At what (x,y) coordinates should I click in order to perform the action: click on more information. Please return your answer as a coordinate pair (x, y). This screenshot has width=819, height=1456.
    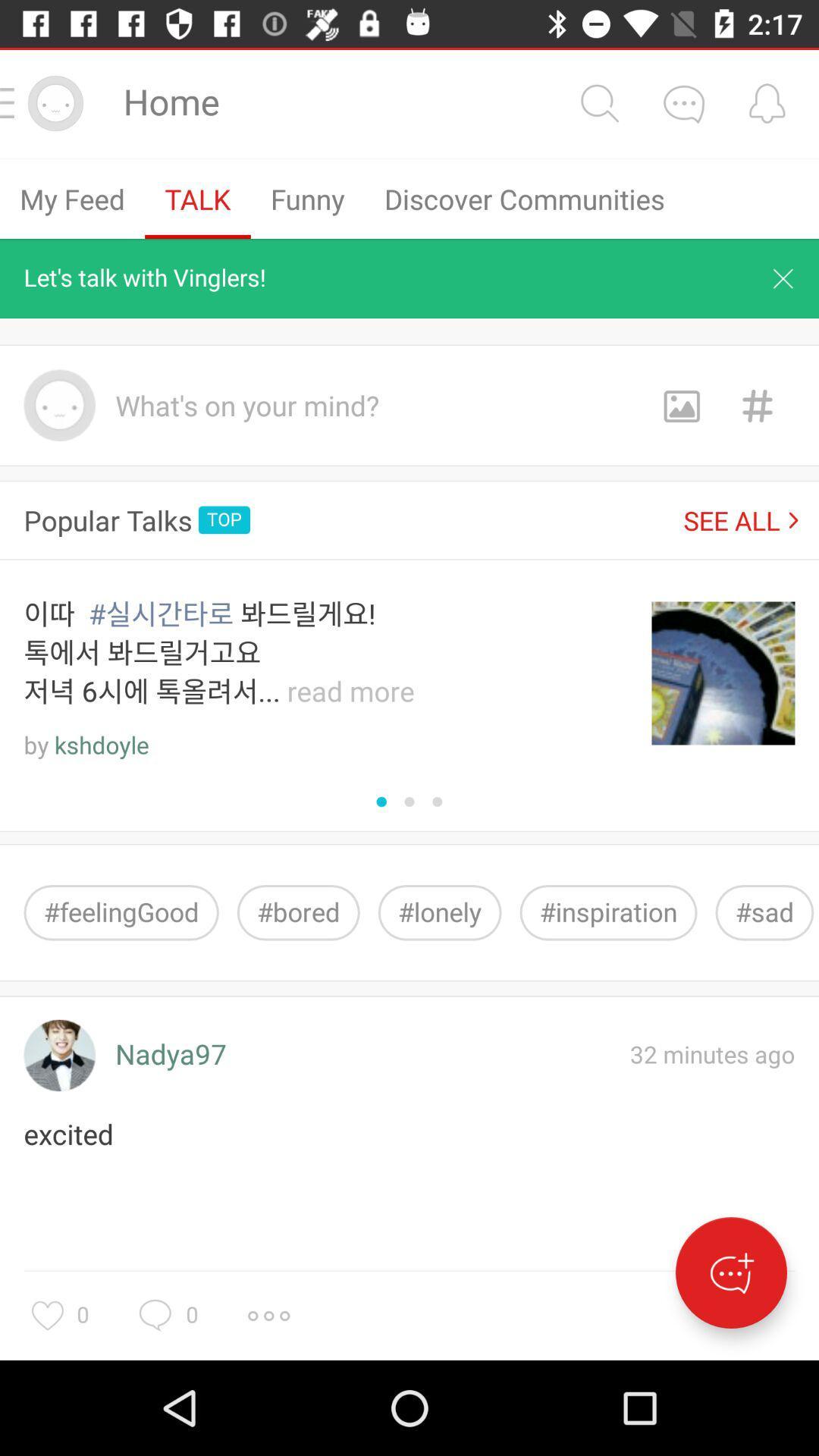
    Looking at the image, I should click on (268, 1315).